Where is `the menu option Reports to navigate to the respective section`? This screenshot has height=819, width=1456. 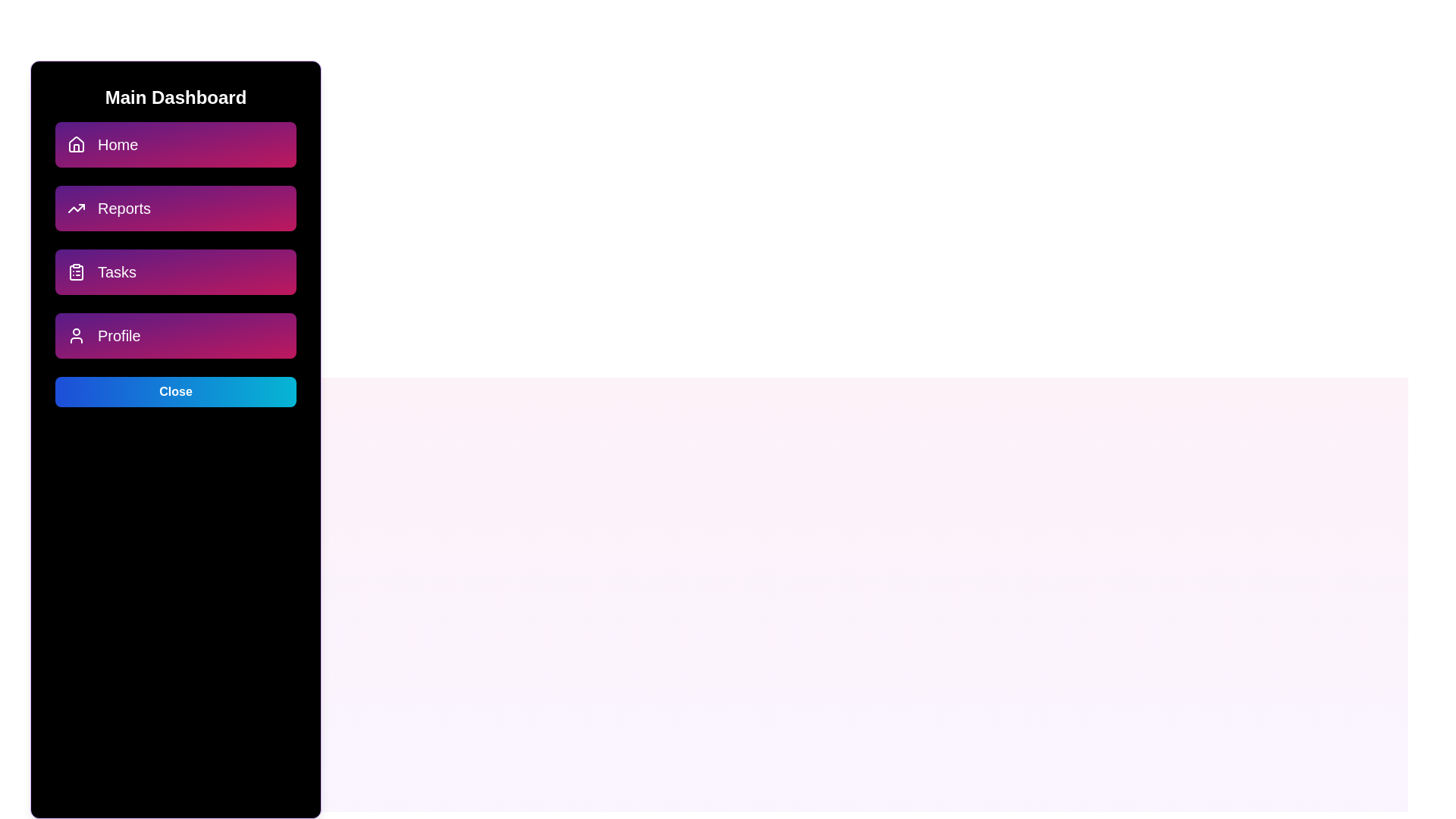 the menu option Reports to navigate to the respective section is located at coordinates (175, 208).